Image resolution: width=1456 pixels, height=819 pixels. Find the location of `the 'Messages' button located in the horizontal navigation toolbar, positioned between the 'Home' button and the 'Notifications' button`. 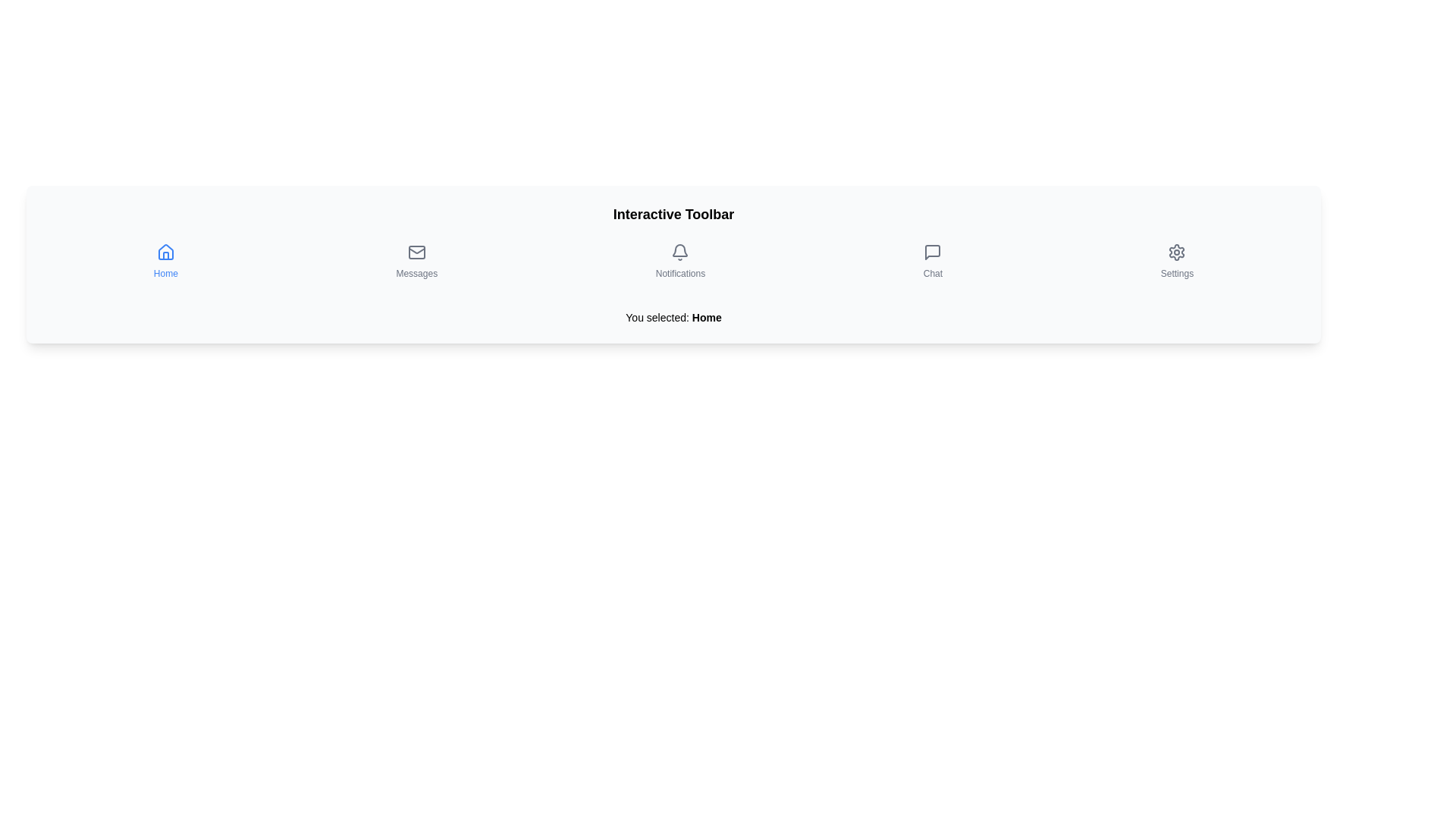

the 'Messages' button located in the horizontal navigation toolbar, positioned between the 'Home' button and the 'Notifications' button is located at coordinates (416, 260).